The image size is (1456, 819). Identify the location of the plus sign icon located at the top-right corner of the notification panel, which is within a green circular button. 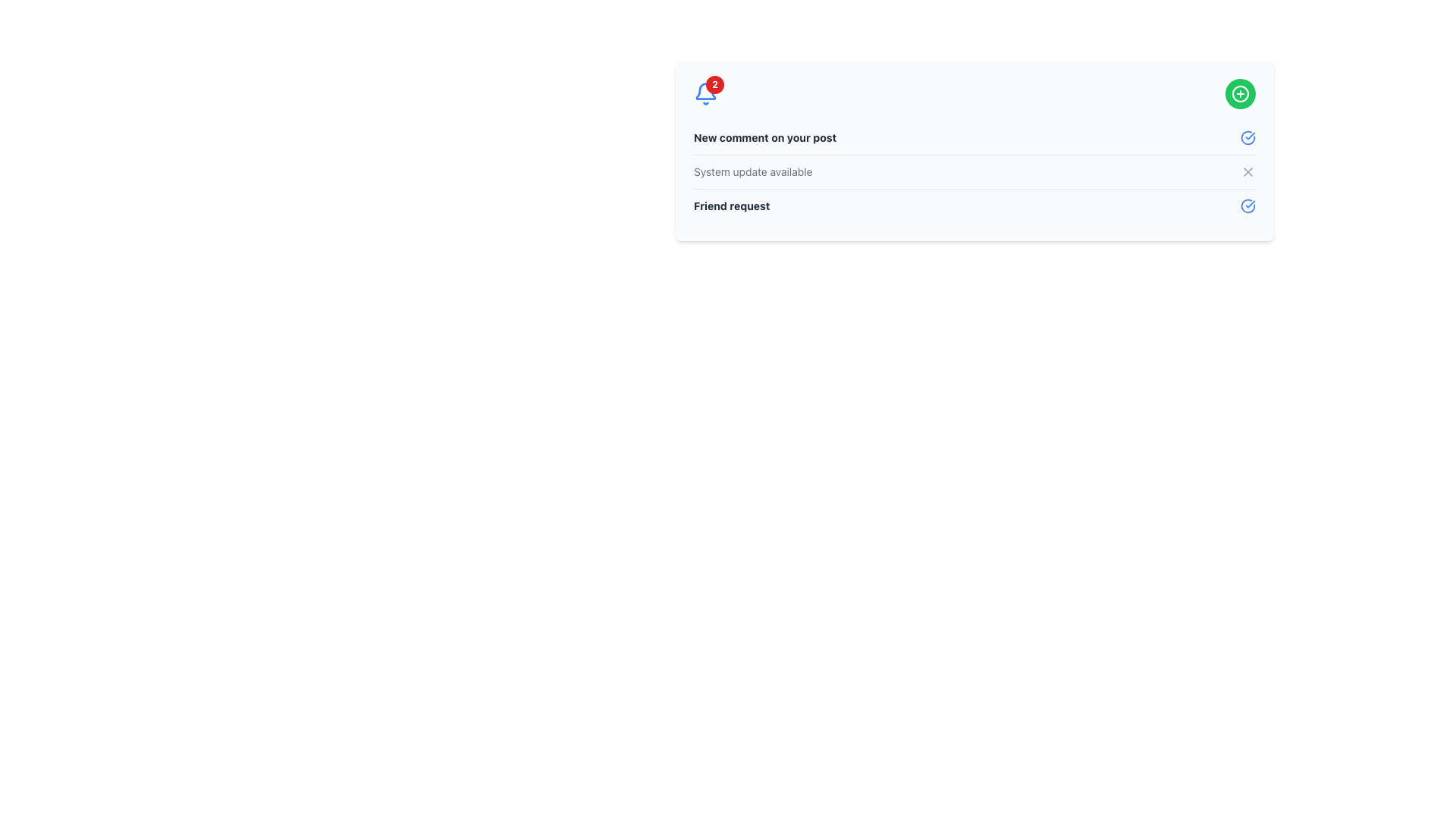
(1241, 93).